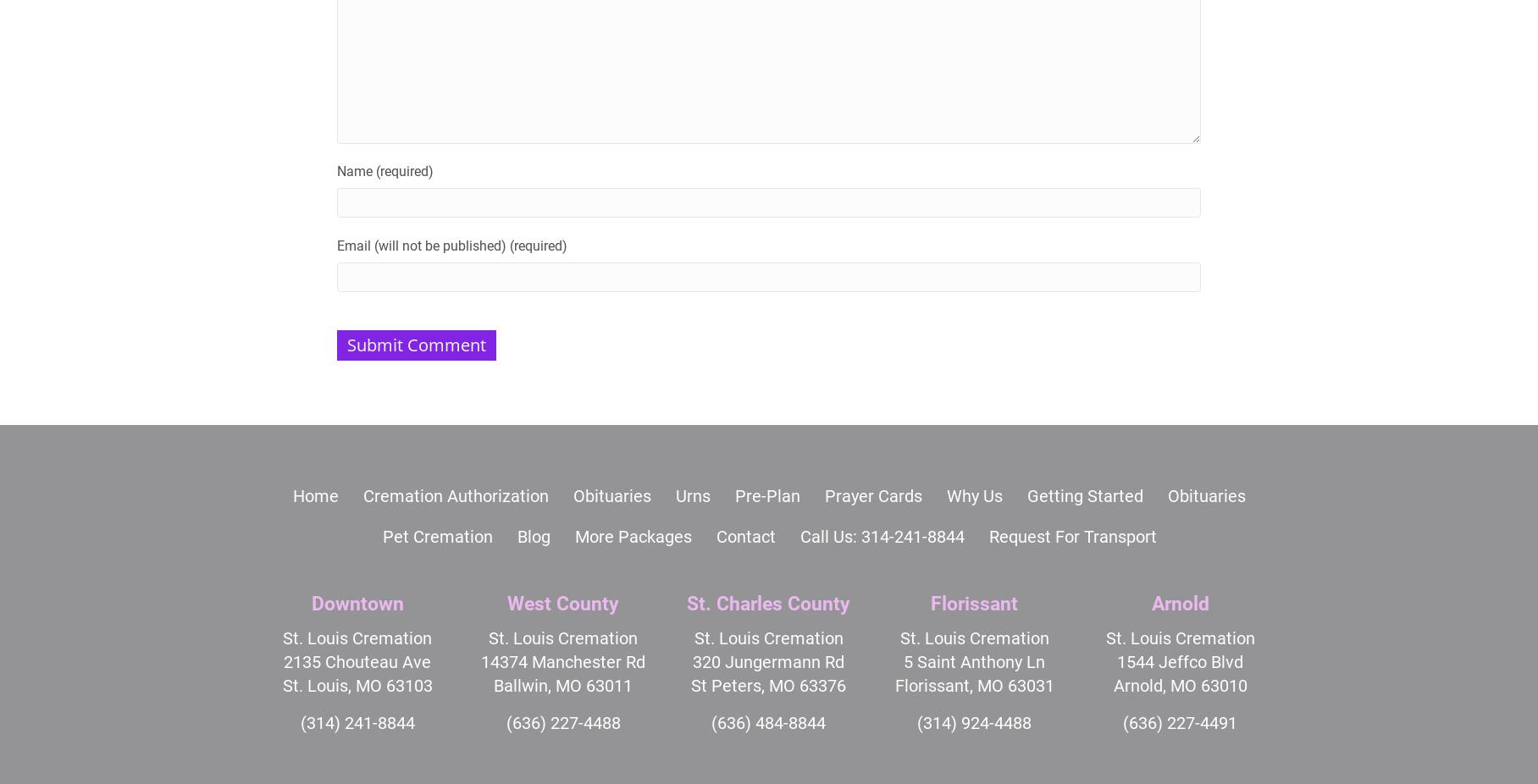 The width and height of the screenshot is (1538, 784). Describe the element at coordinates (385, 169) in the screenshot. I see `'Name (required)'` at that location.